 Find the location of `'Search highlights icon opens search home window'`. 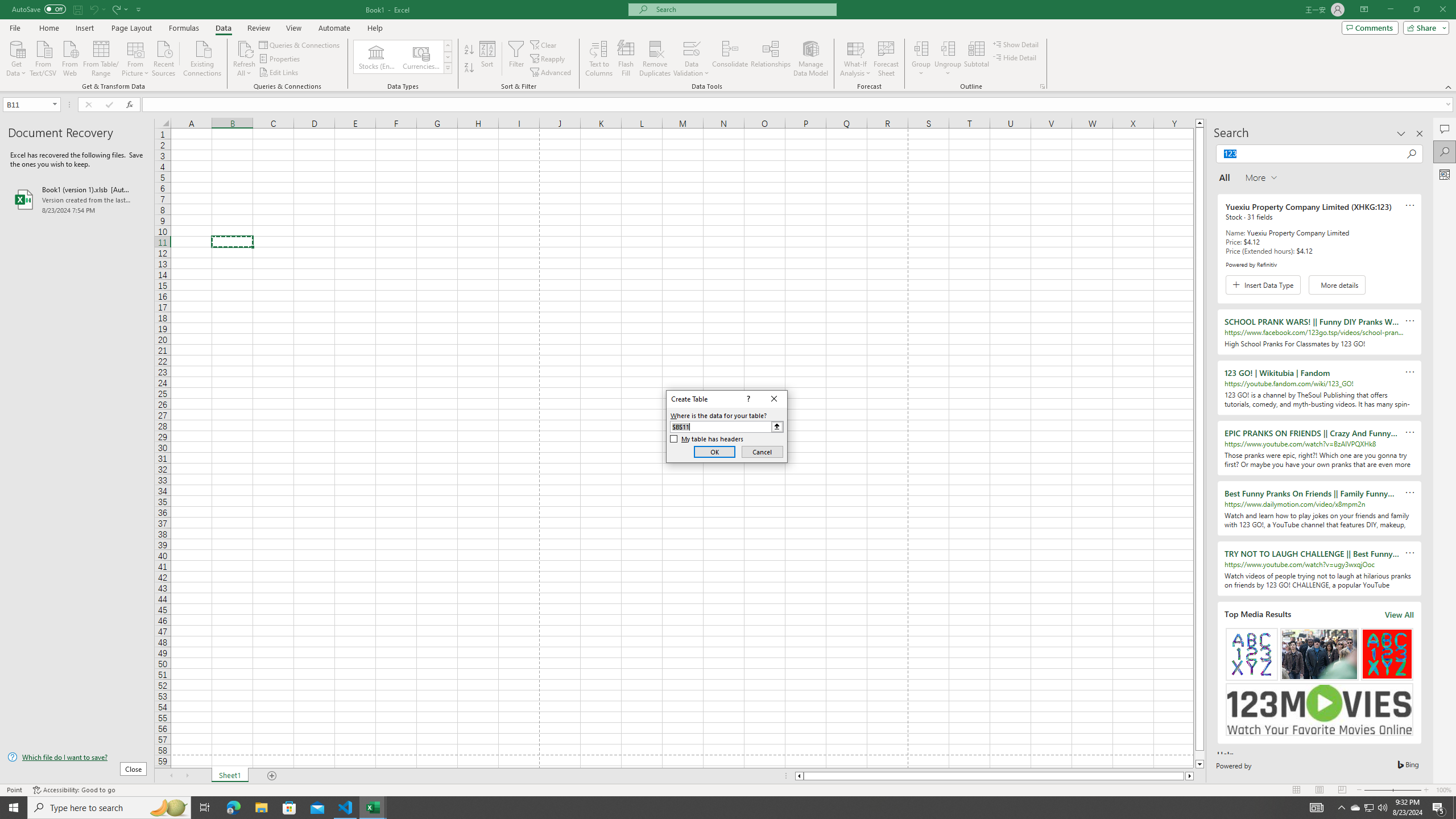

'Search highlights icon opens search home window' is located at coordinates (167, 806).